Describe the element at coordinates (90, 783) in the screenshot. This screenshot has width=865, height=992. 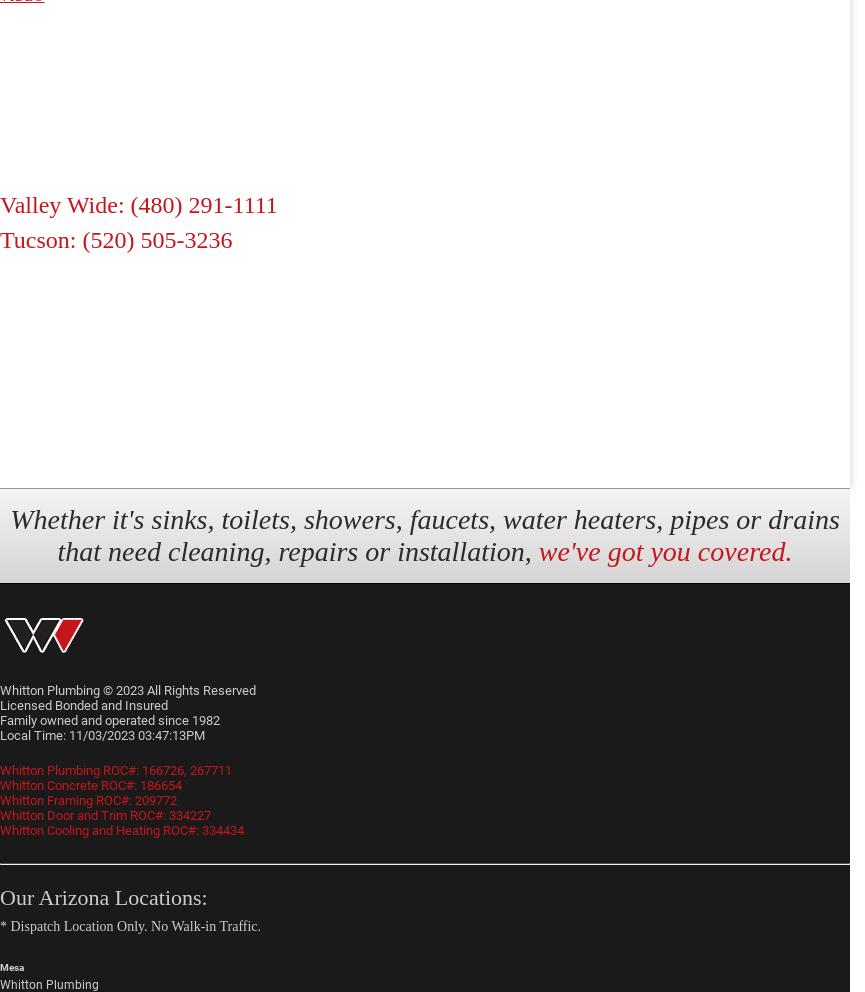
I see `'Whitton Concrete ROC#: 186654'` at that location.